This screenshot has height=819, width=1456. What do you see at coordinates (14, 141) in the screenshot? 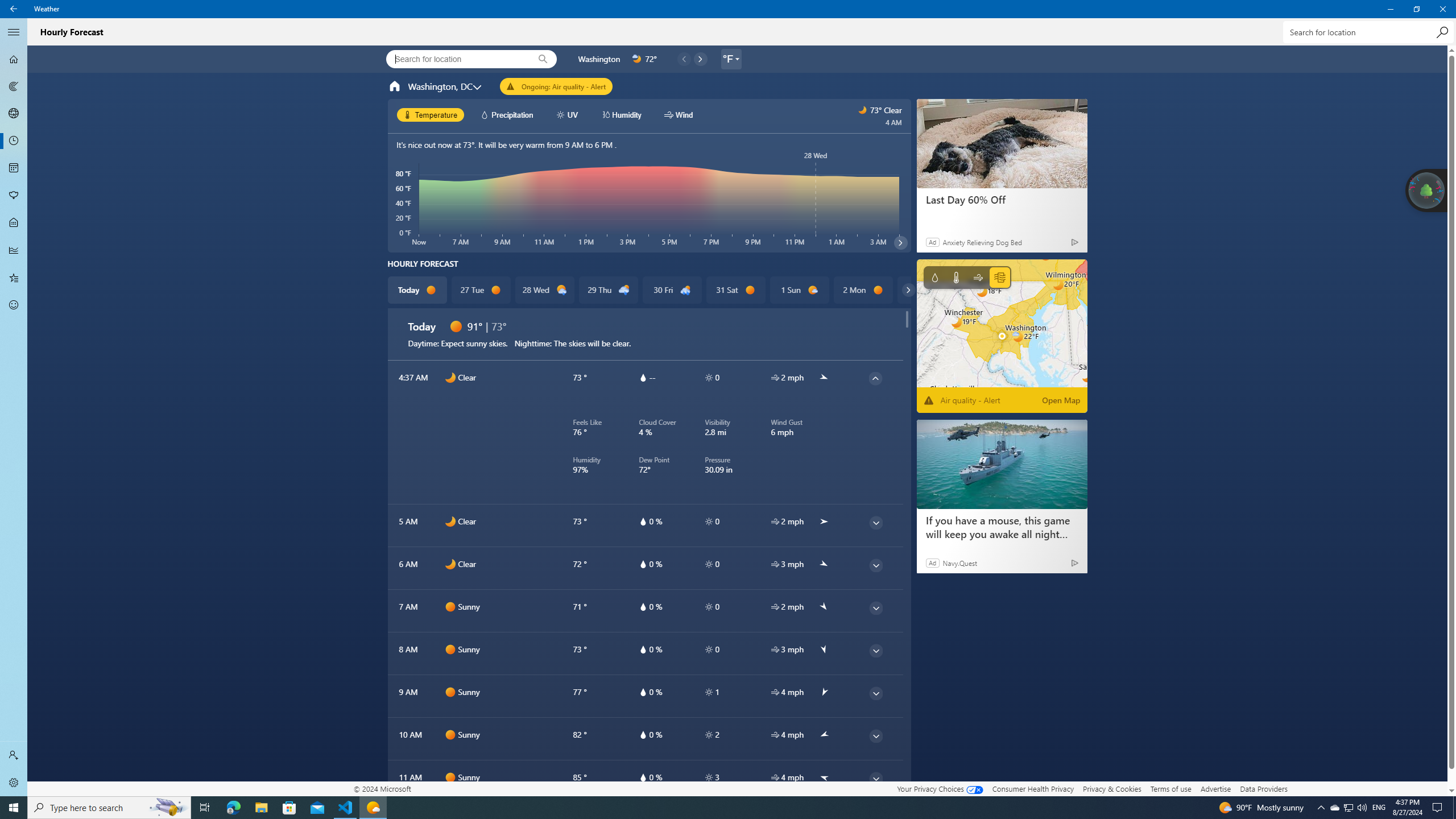
I see `'Hourly Forecast - Not Selected'` at bounding box center [14, 141].